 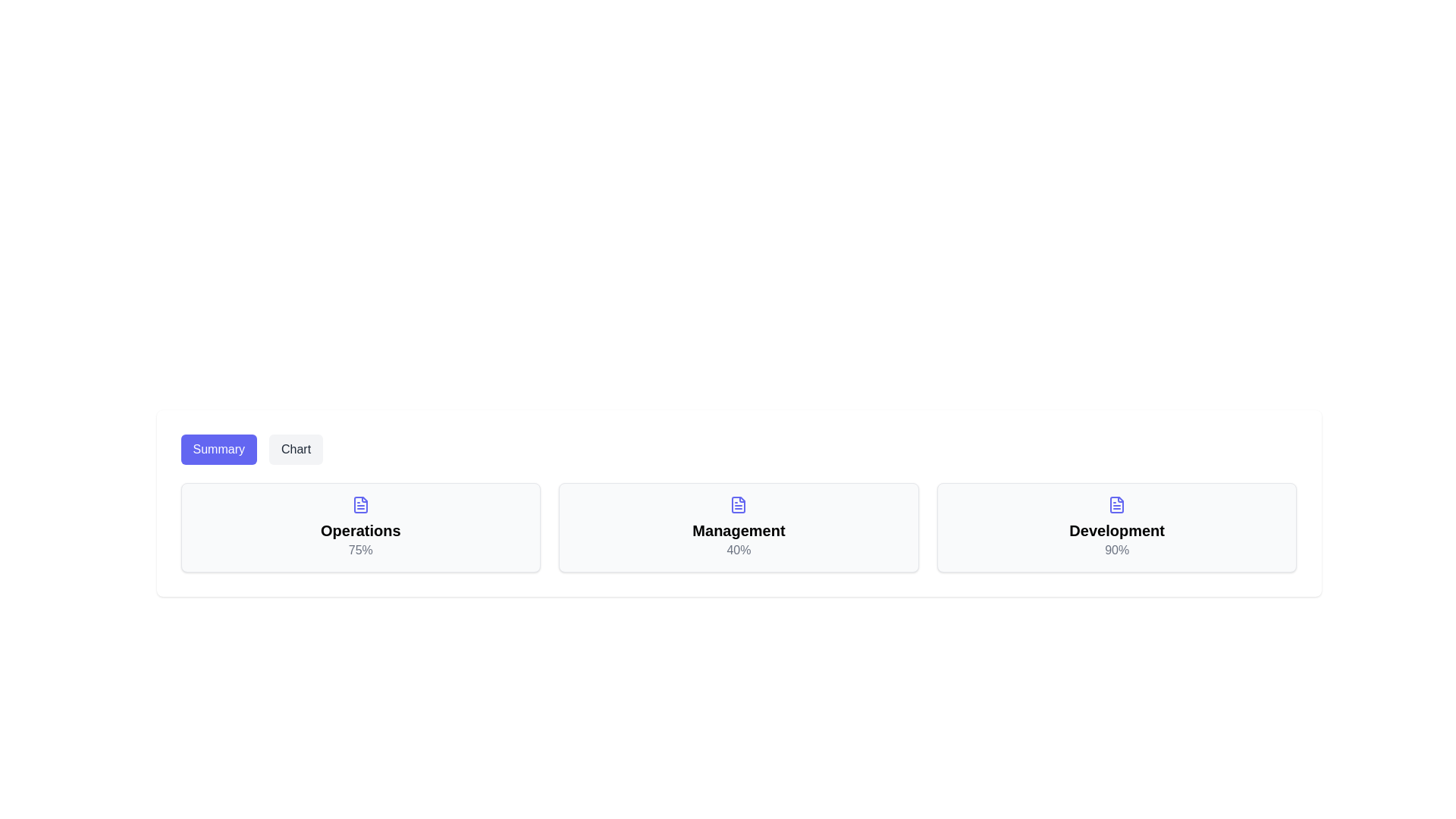 What do you see at coordinates (739, 505) in the screenshot?
I see `the document icon located within the 'Management 40%' card at the top center of the card` at bounding box center [739, 505].